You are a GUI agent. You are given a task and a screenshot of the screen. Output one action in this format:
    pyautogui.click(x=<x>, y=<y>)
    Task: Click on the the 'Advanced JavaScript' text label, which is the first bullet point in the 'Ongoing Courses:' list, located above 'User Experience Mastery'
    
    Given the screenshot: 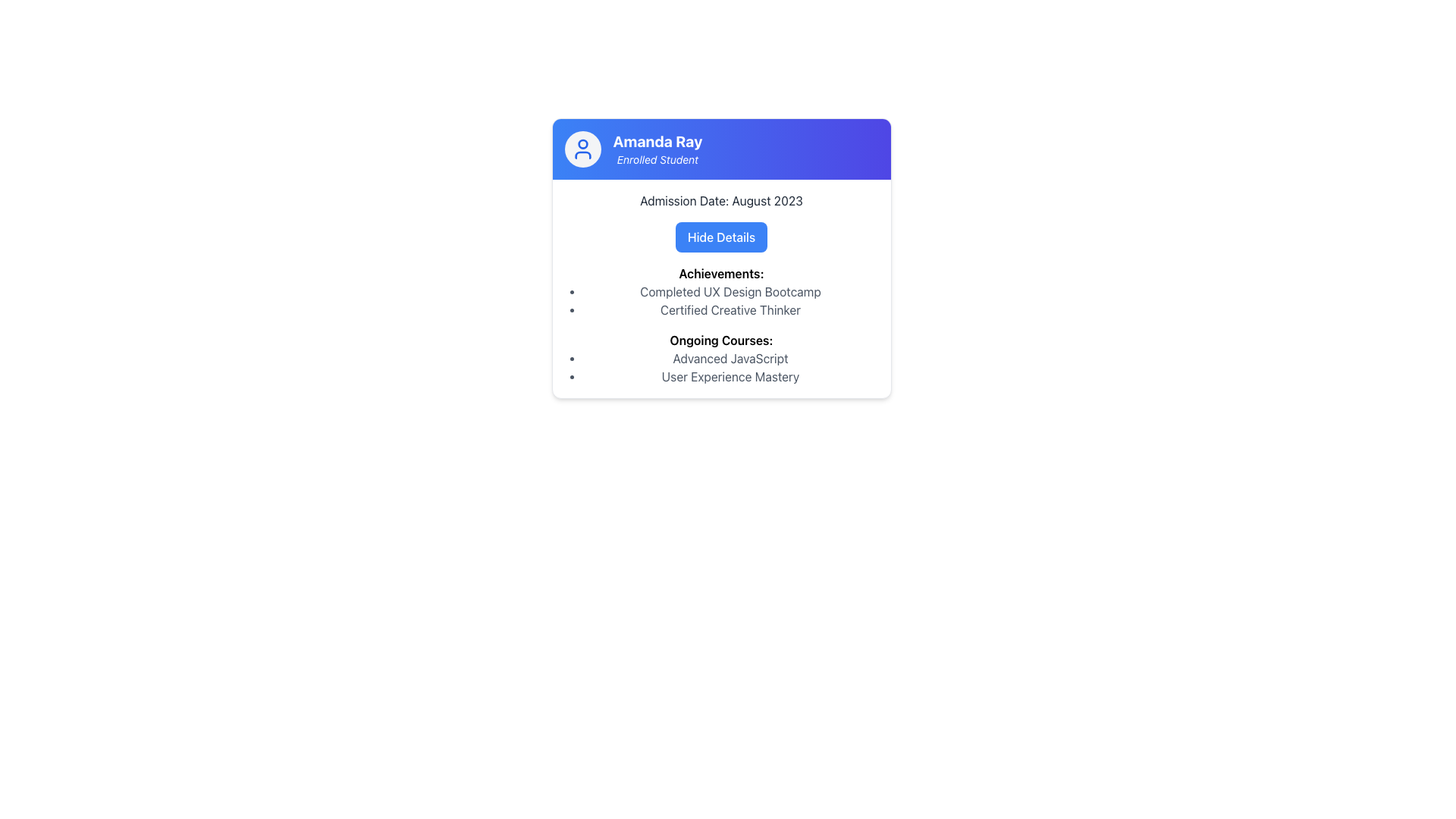 What is the action you would take?
    pyautogui.click(x=730, y=359)
    